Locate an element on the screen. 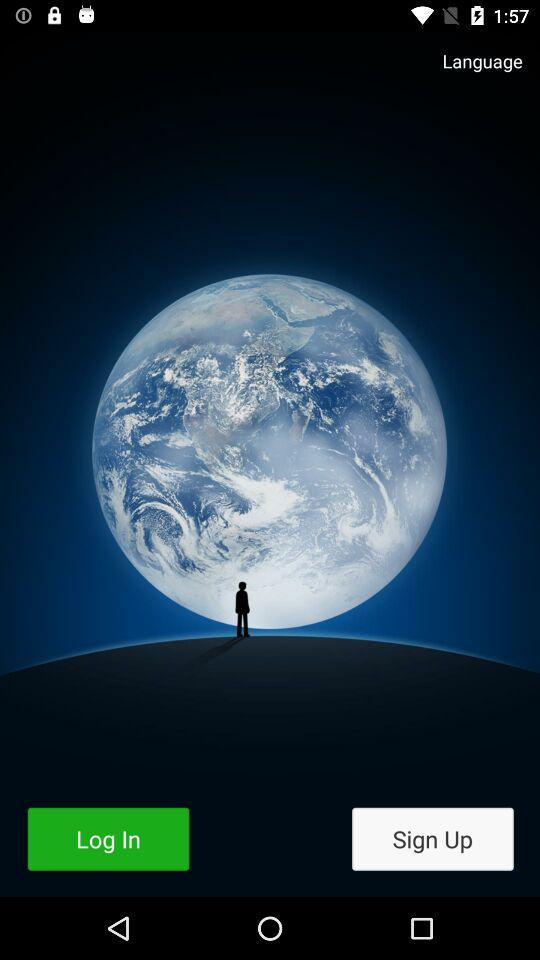  the language icon is located at coordinates (472, 71).